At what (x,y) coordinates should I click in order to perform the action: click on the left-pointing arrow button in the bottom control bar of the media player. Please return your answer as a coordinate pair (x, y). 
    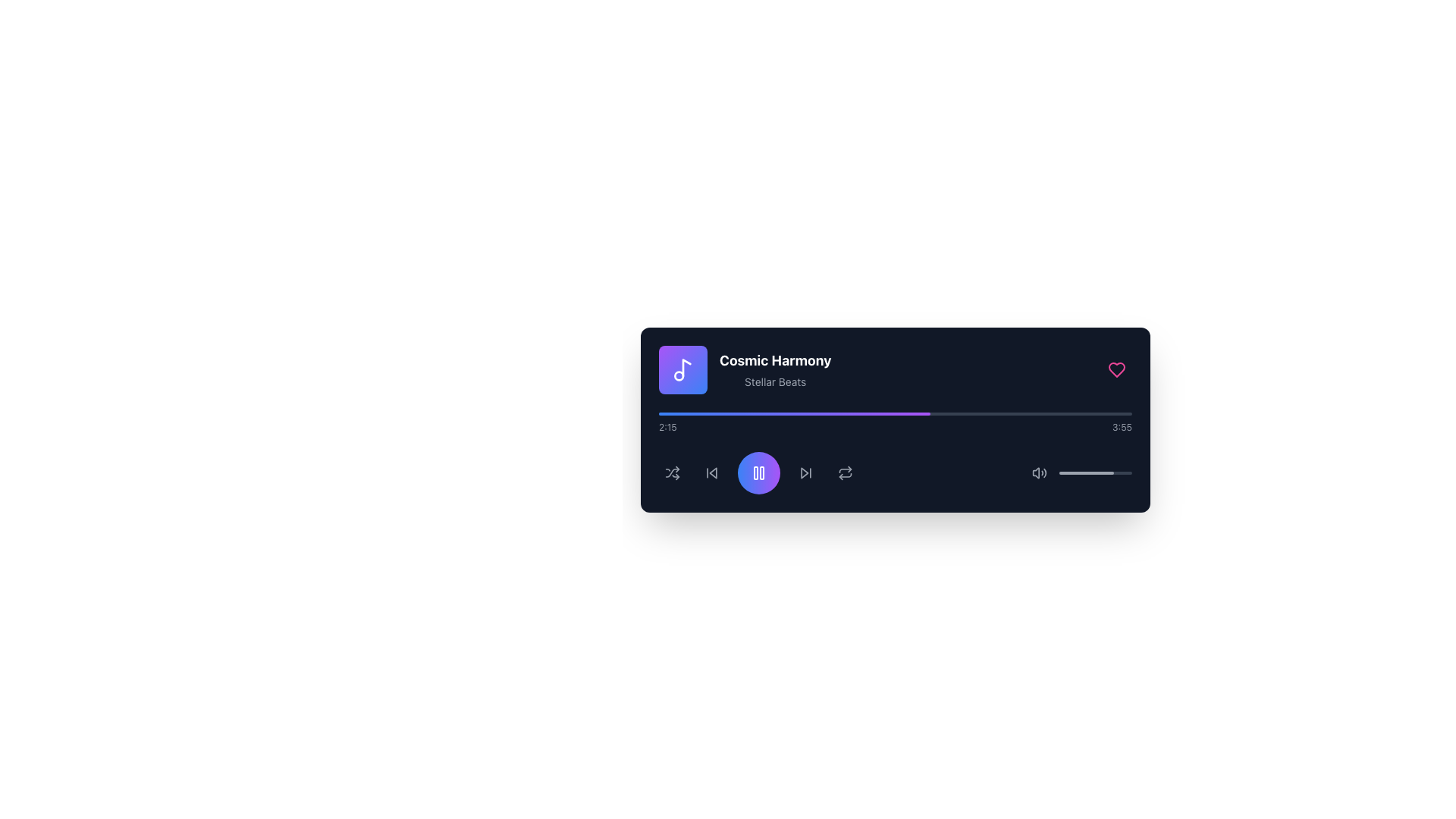
    Looking at the image, I should click on (711, 472).